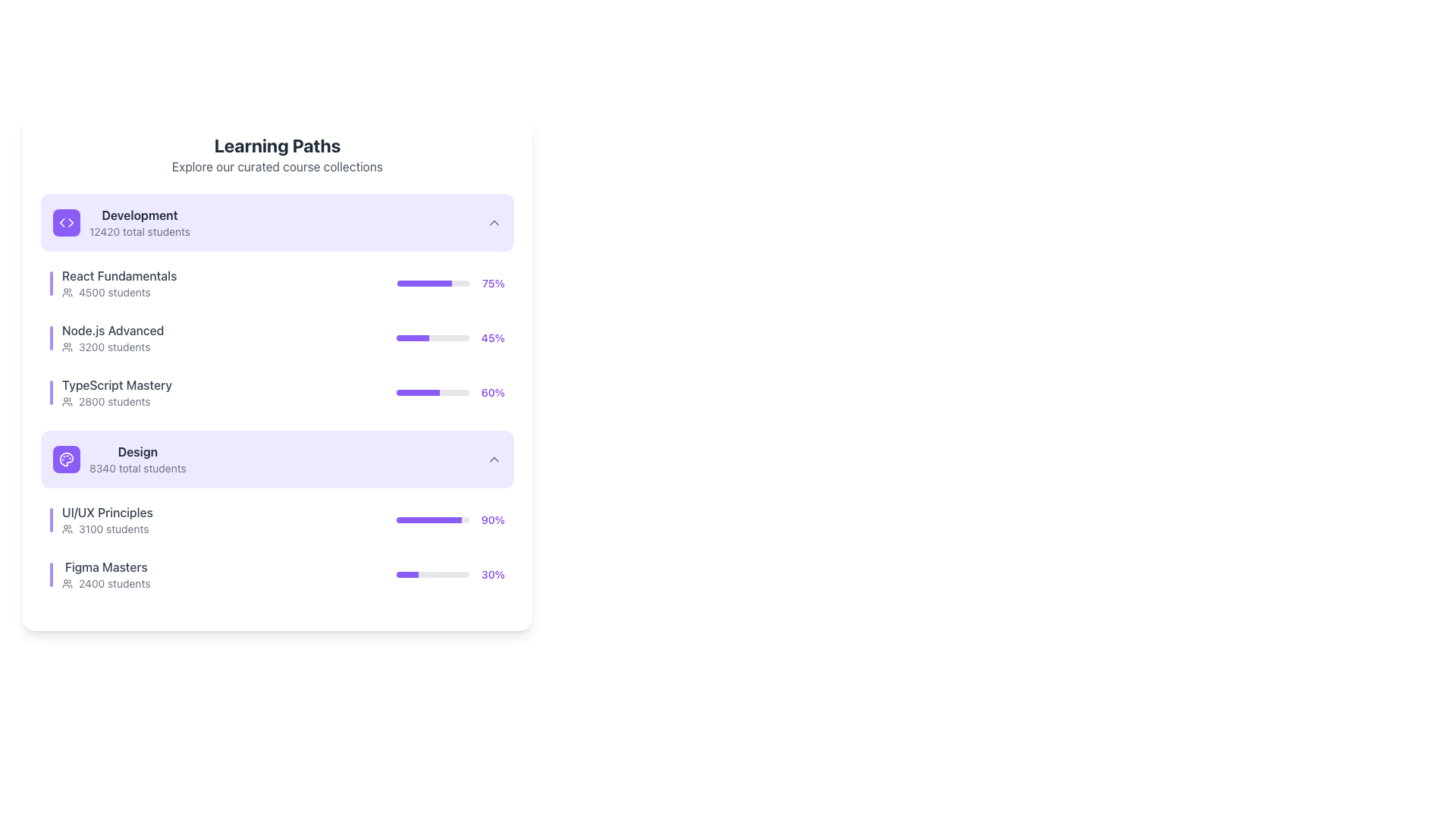  Describe the element at coordinates (110, 391) in the screenshot. I see `the 'TypeScript Mastery' hyperlink in the third list item under the 'Development' section` at that location.